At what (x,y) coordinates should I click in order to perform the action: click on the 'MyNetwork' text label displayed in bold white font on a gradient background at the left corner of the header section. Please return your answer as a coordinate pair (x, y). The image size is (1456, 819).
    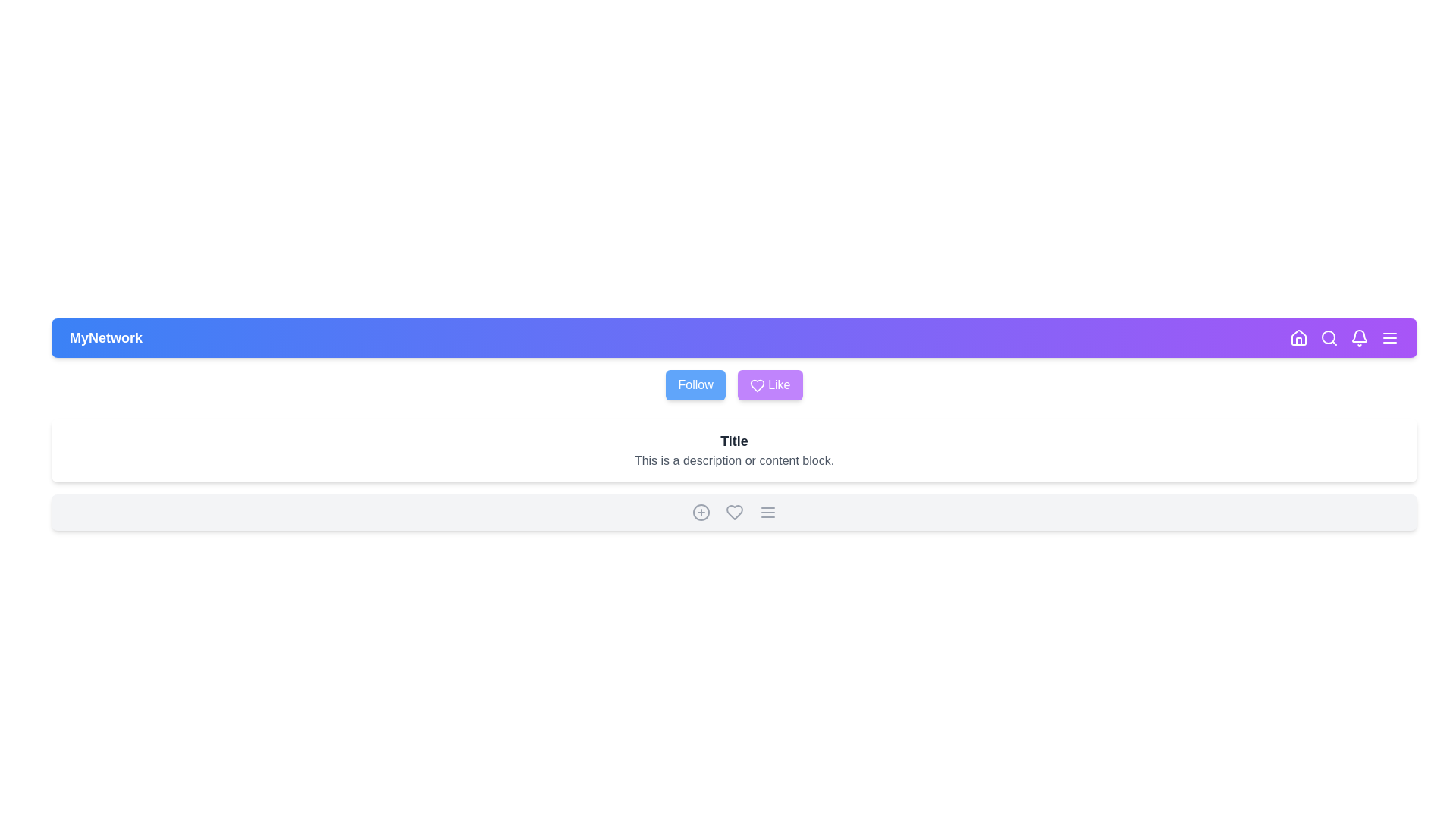
    Looking at the image, I should click on (105, 337).